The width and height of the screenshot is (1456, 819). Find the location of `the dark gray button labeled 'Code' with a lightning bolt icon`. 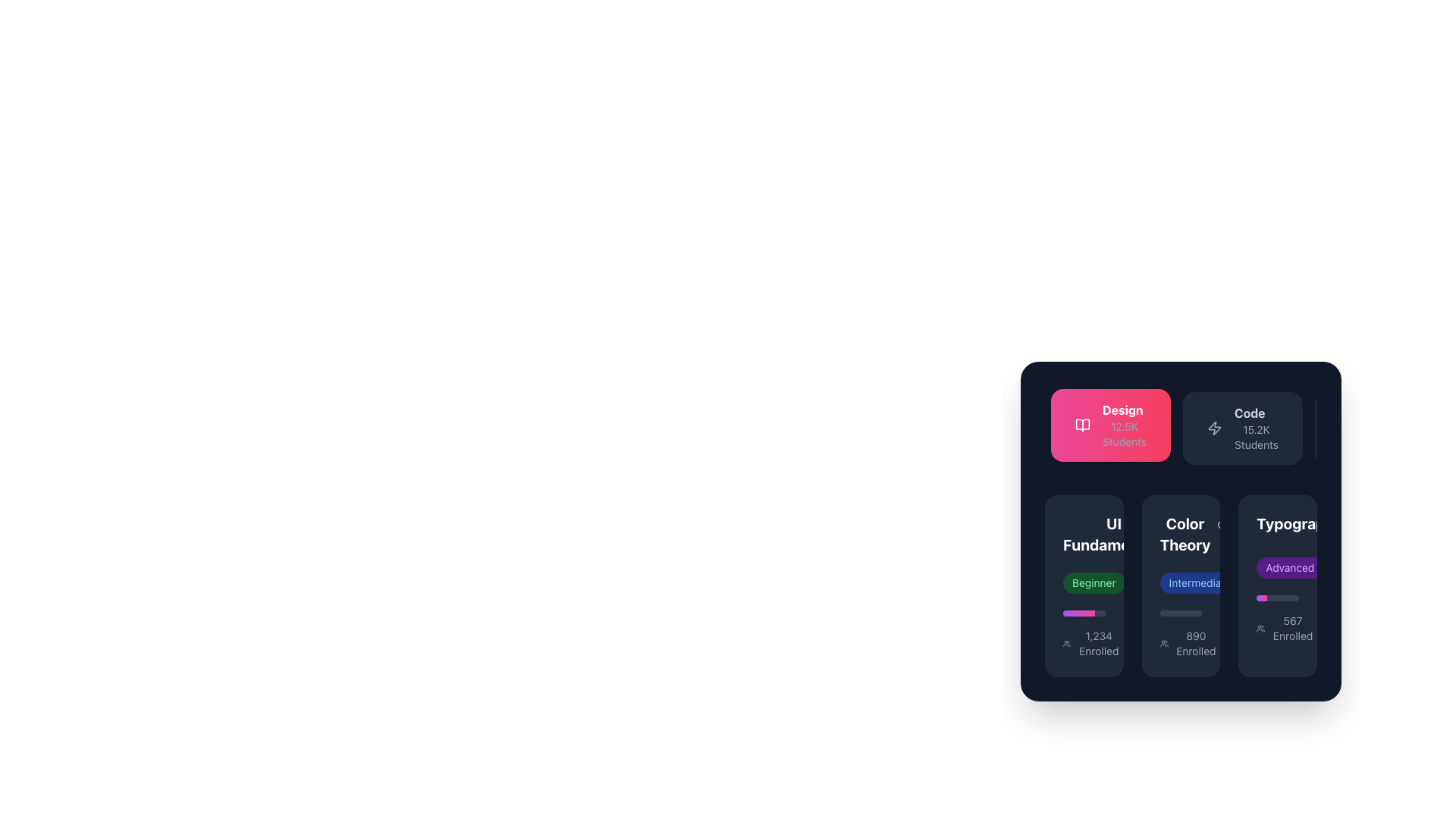

the dark gray button labeled 'Code' with a lightning bolt icon is located at coordinates (1243, 428).